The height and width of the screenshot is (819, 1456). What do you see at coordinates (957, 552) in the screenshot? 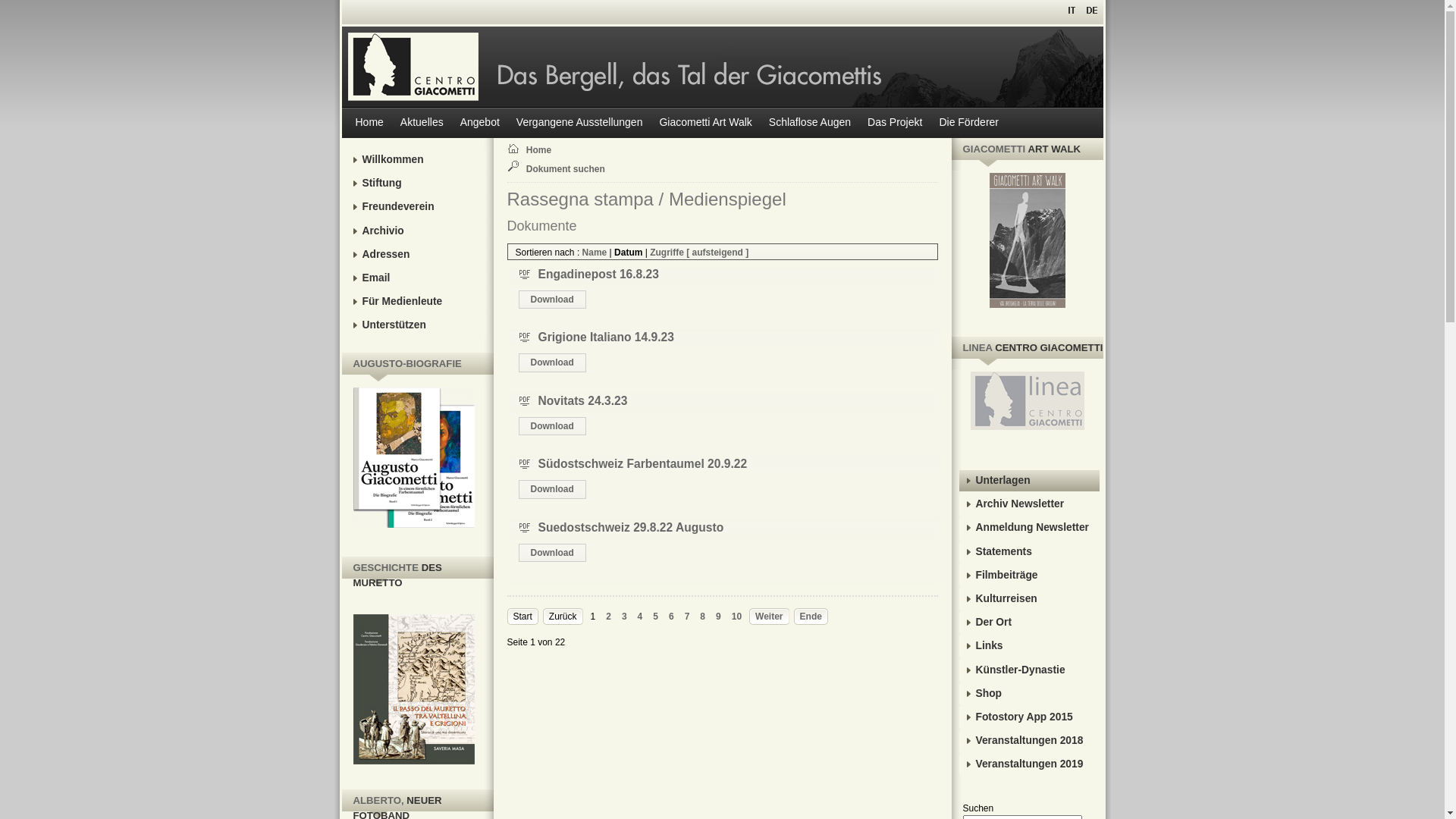
I see `'Statements'` at bounding box center [957, 552].